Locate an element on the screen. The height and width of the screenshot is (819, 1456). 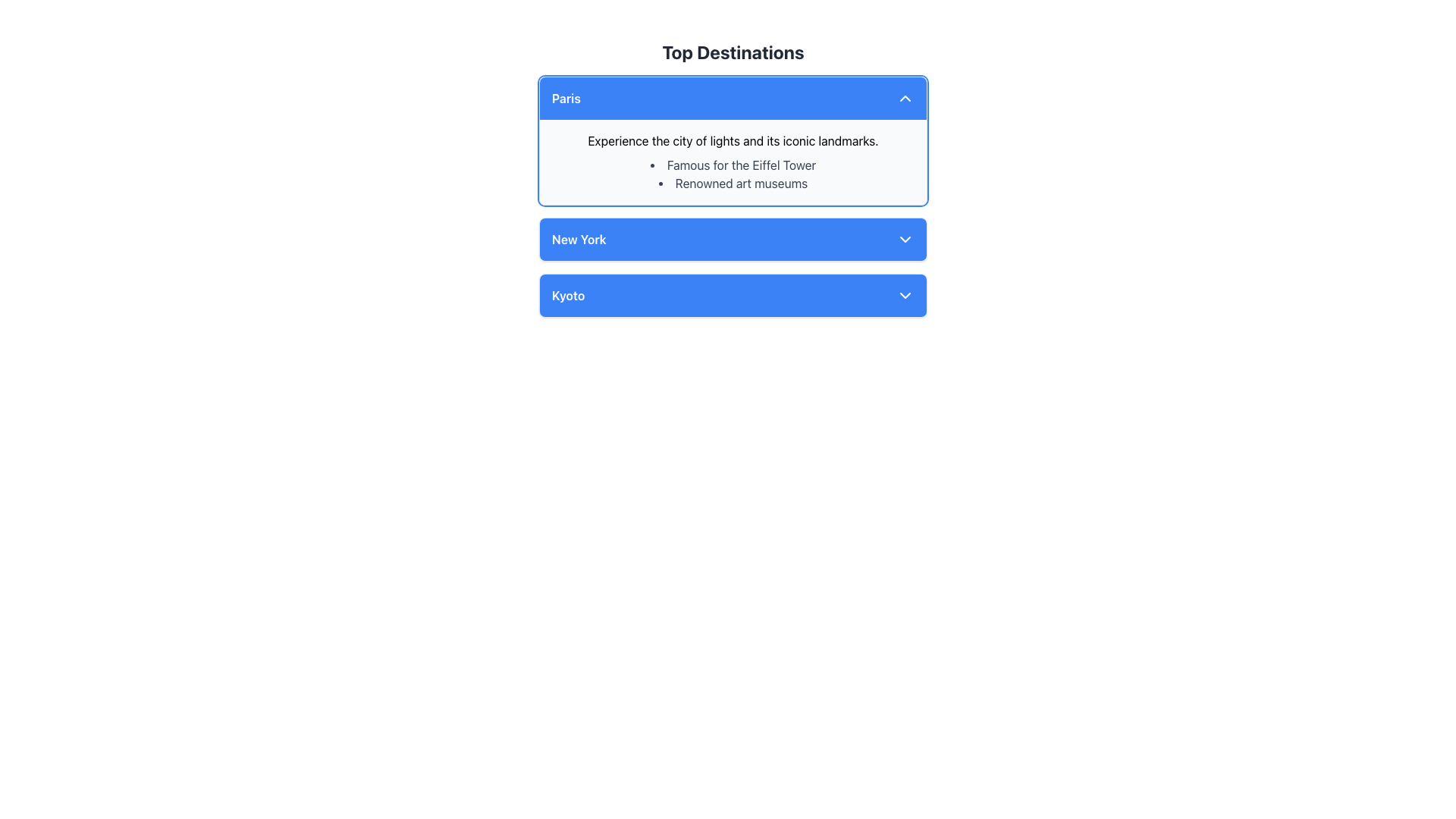
the Chevron Down icon located on the far-right side of the blue bar labeled 'Kyoto' is located at coordinates (905, 295).